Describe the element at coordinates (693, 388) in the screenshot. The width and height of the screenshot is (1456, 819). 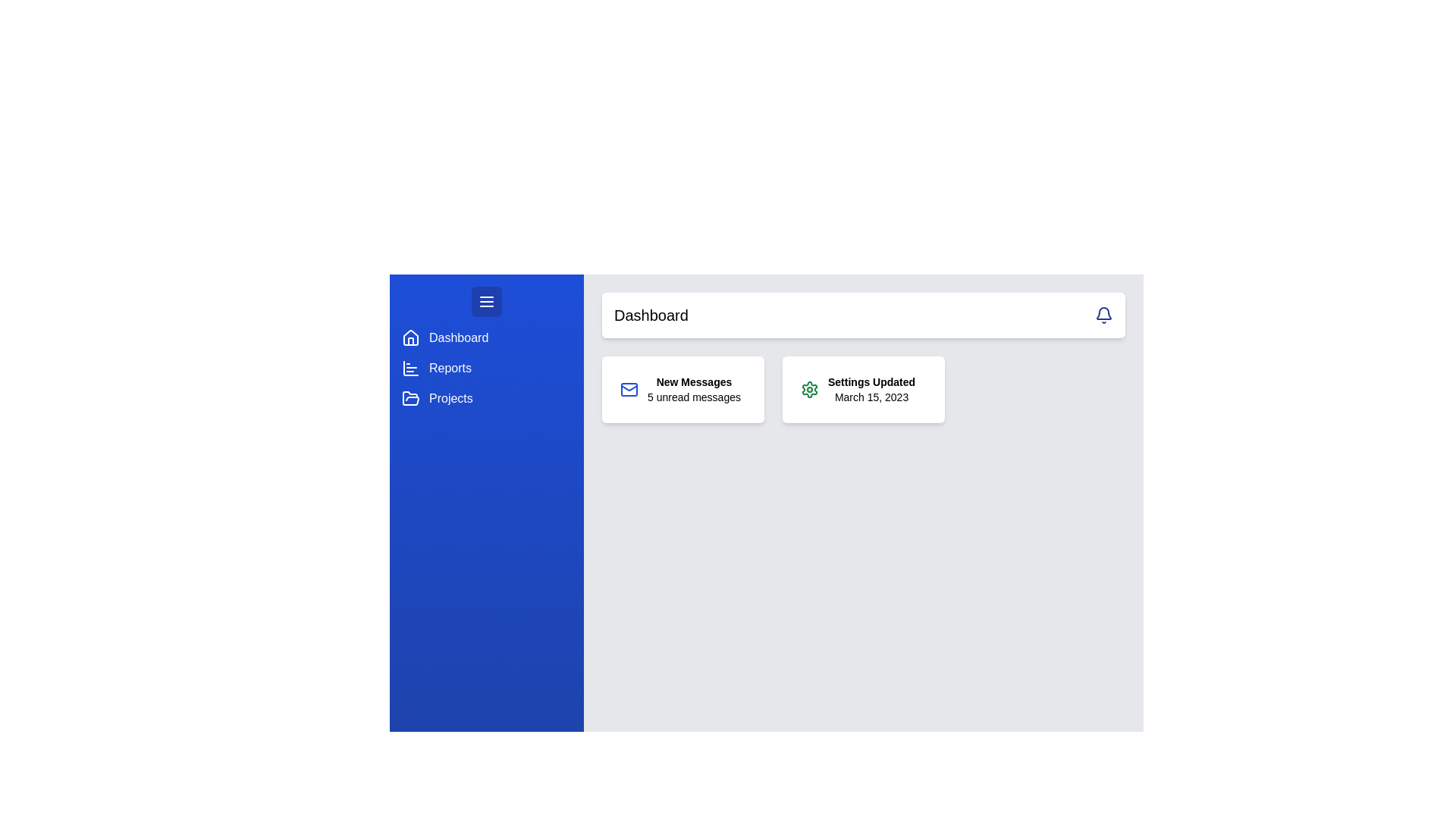
I see `the 'New Messages' static text element, which displays '5 unread messages' below it, located within a white rectangular card on the left side of the main dashboard area` at that location.